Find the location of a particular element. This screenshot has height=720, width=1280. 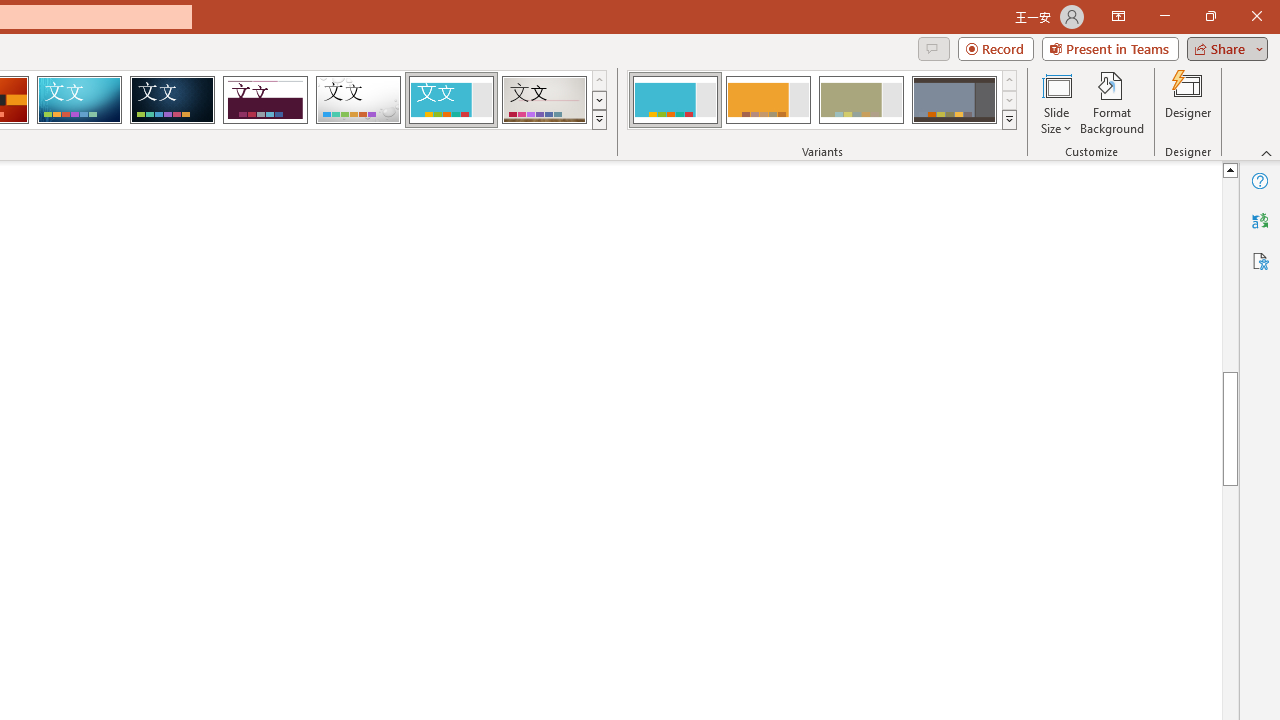

'Frame Variant 2' is located at coordinates (767, 100).